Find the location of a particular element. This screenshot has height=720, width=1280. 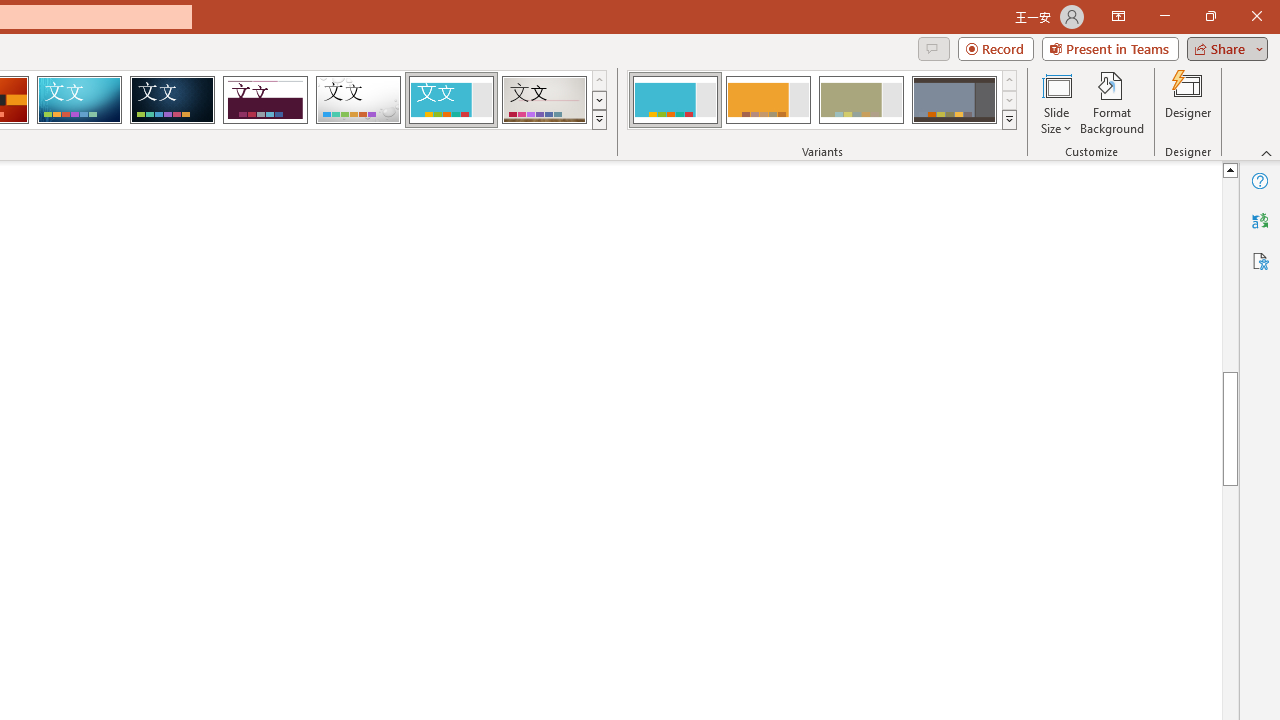

'Frame Variant 2' is located at coordinates (767, 100).